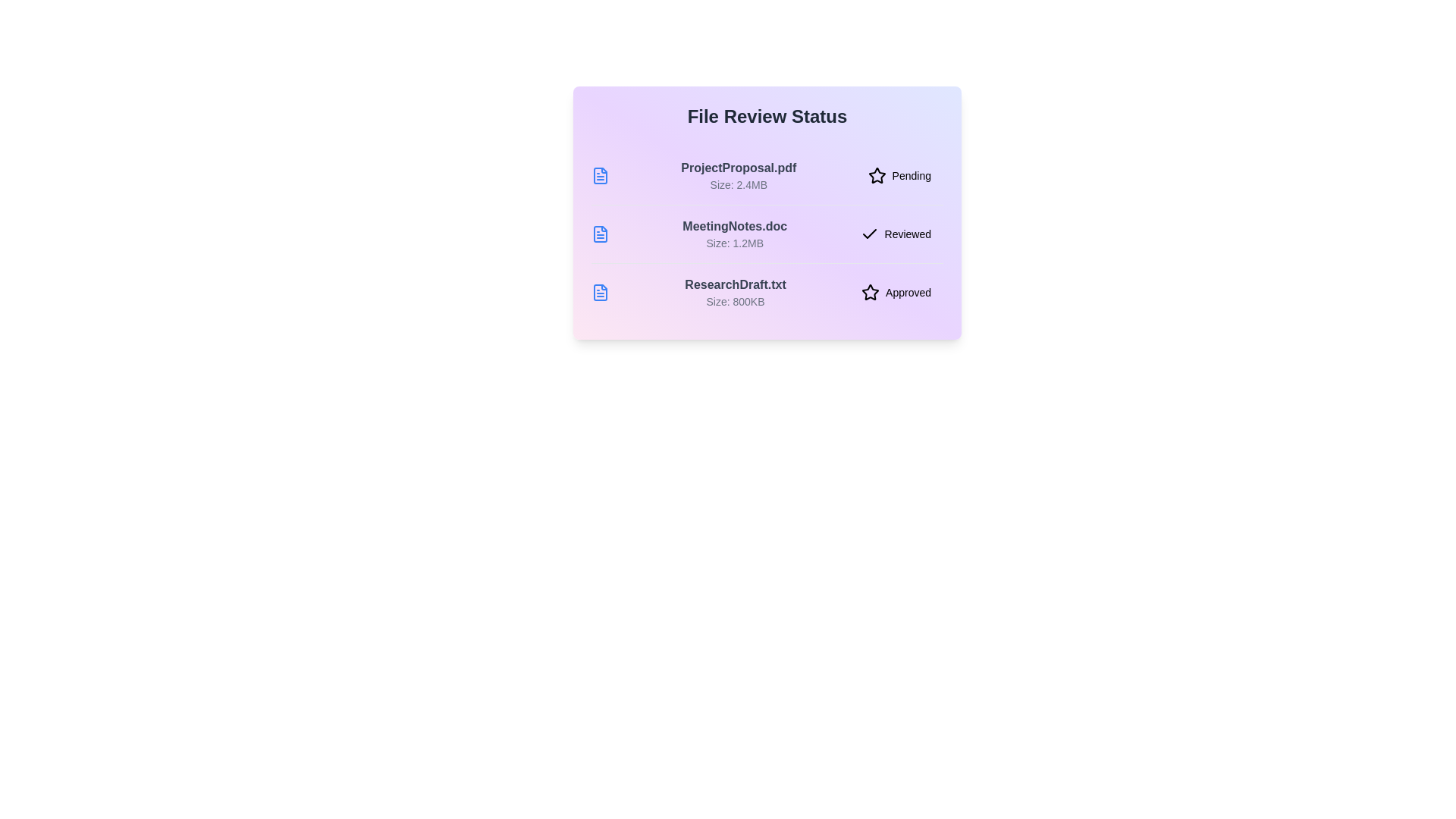 The width and height of the screenshot is (1456, 819). What do you see at coordinates (895, 234) in the screenshot?
I see `the status indicator of the file MeetingNotes.doc to view its status` at bounding box center [895, 234].